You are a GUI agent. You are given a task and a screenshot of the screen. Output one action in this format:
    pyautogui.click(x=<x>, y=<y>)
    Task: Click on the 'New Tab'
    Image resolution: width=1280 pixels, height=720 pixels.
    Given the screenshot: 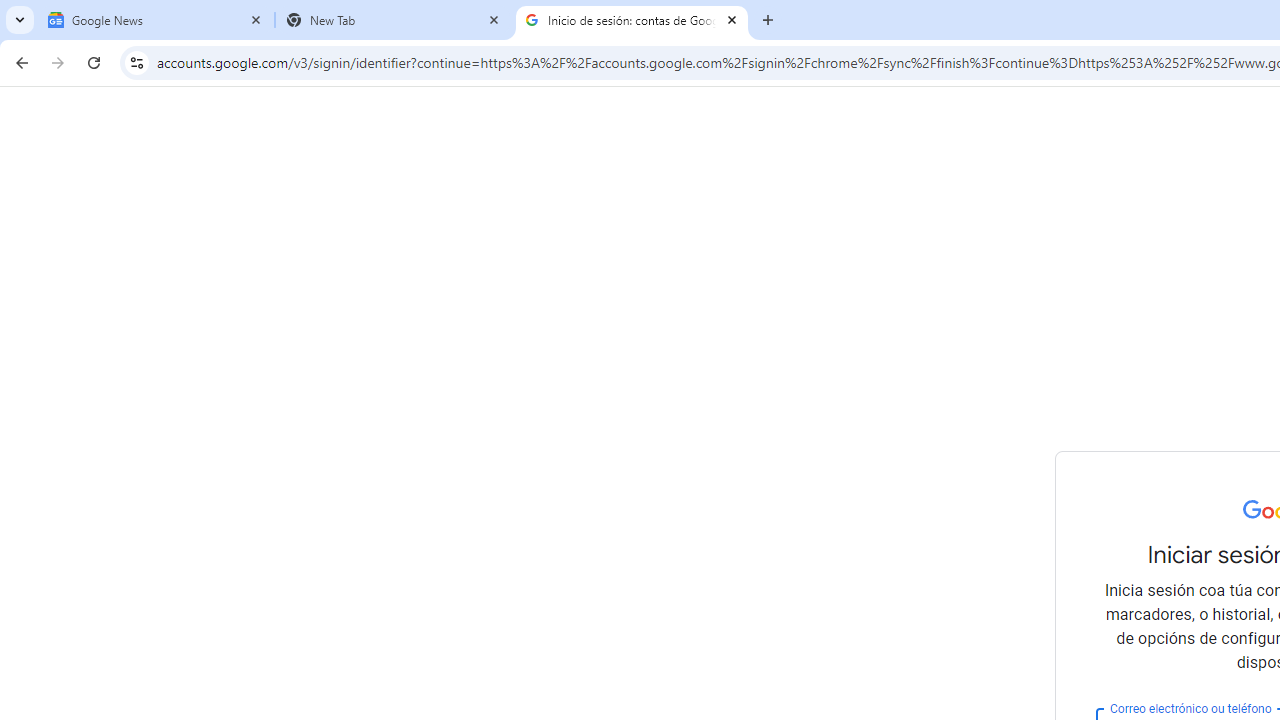 What is the action you would take?
    pyautogui.click(x=394, y=20)
    